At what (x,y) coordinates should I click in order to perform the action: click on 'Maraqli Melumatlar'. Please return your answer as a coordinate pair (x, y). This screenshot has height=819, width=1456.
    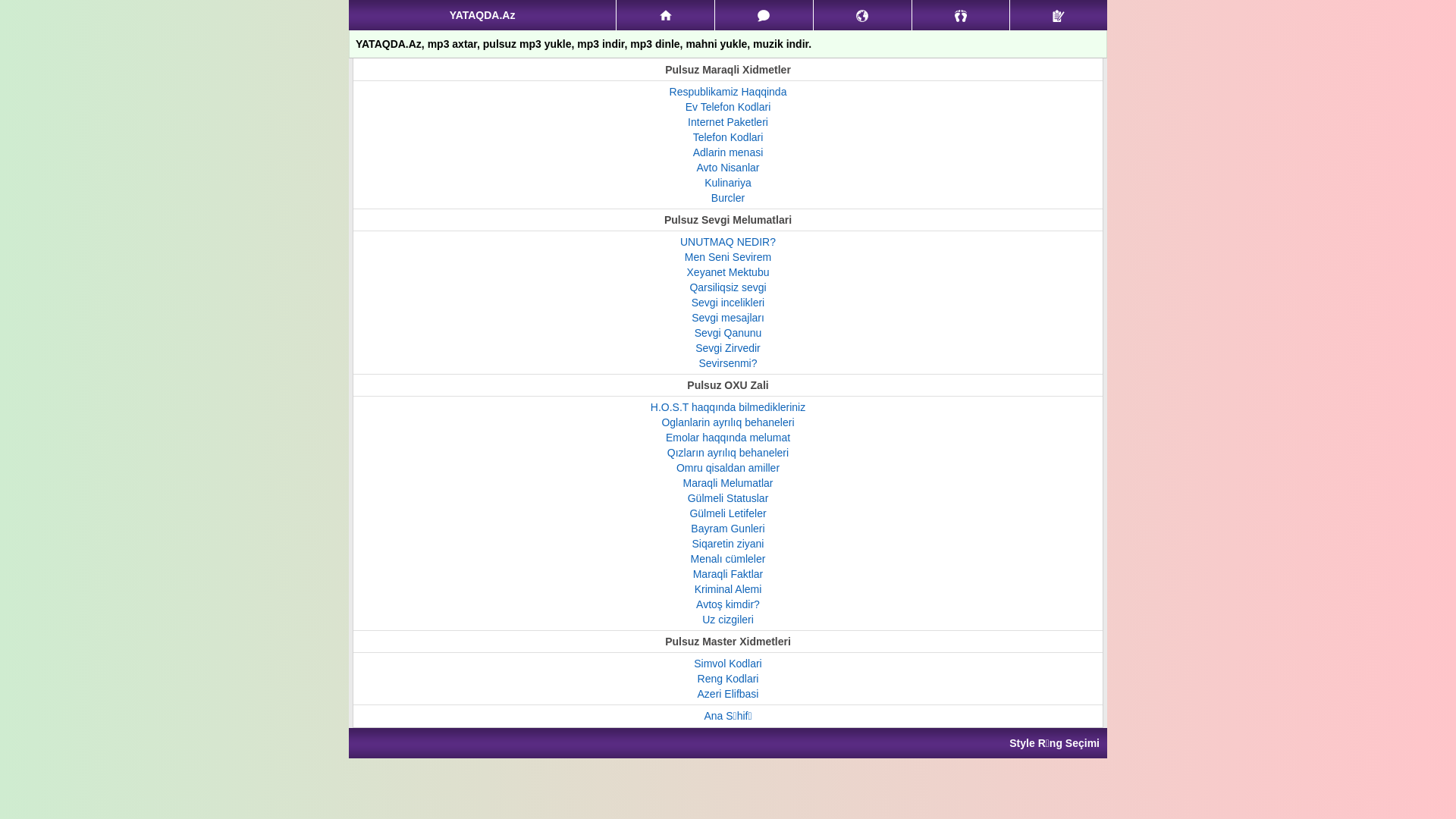
    Looking at the image, I should click on (682, 482).